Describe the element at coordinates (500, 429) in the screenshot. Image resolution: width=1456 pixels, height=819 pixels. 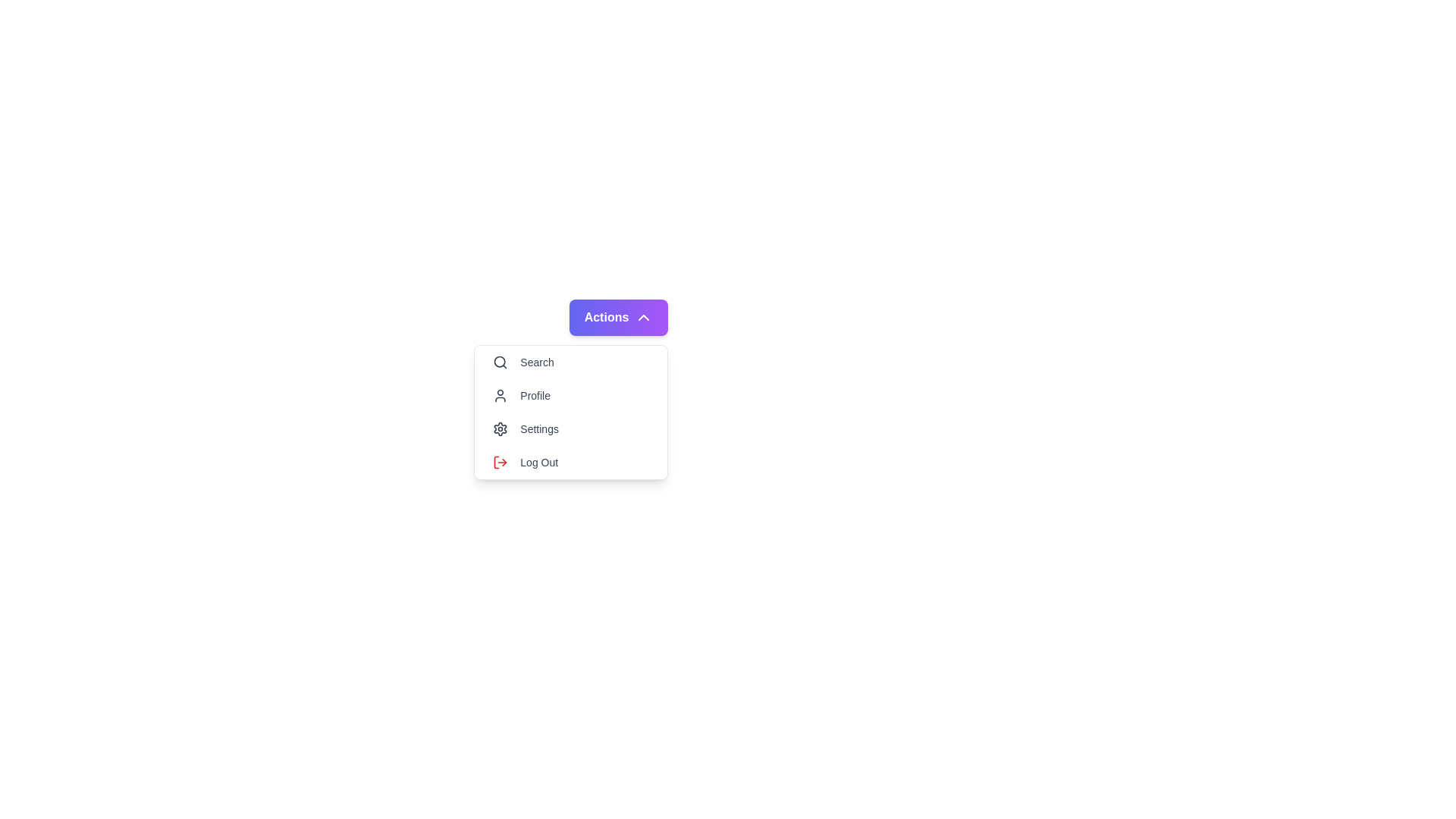
I see `the 'Settings' icon, which is a gear shape located to the left of the label 'Settings' in the vertical dropdown menu` at that location.